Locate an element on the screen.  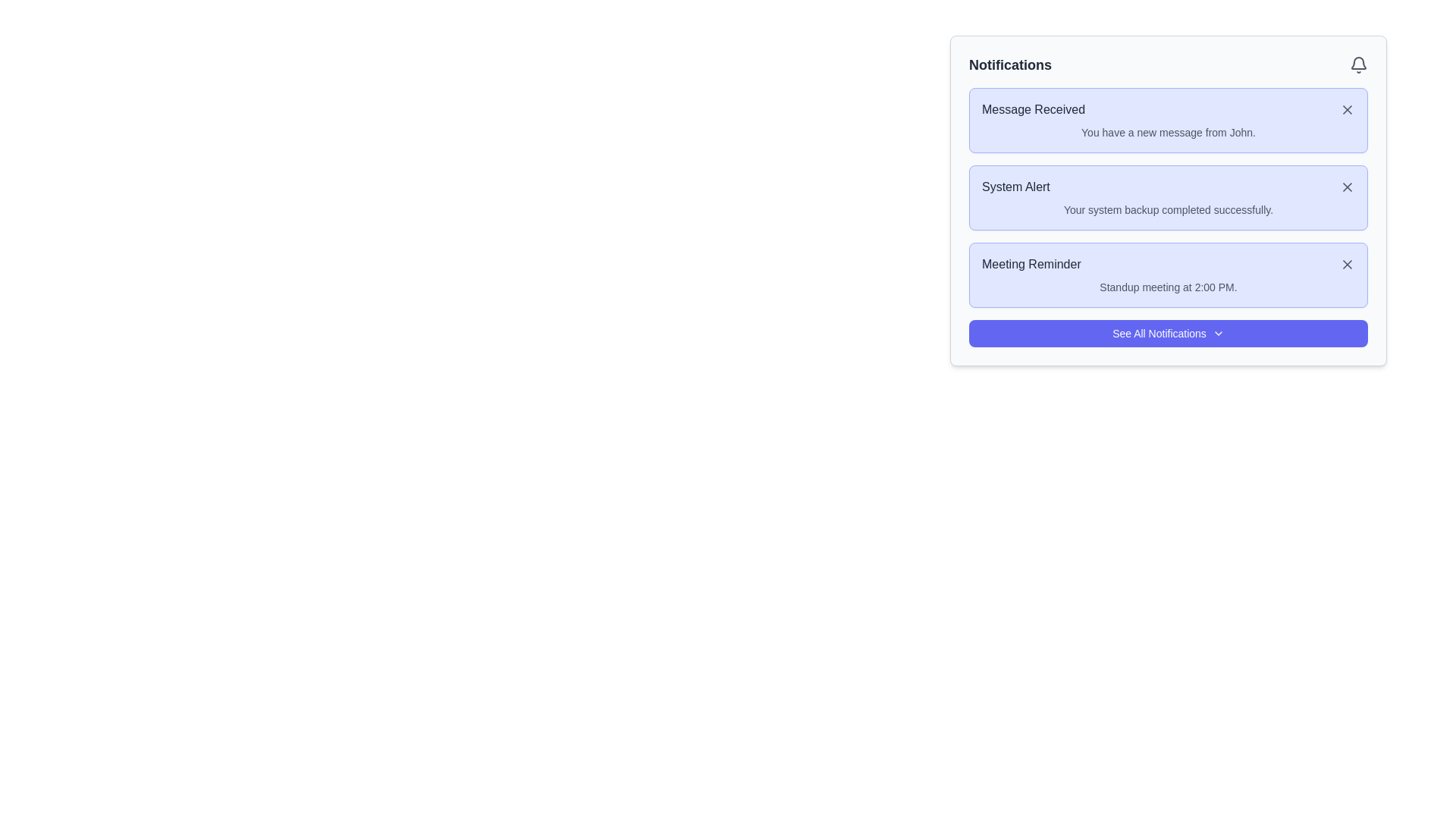
textual label stating 'Your system backup completed successfully.' located below the title 'System Alert' within the second notification card is located at coordinates (1167, 210).